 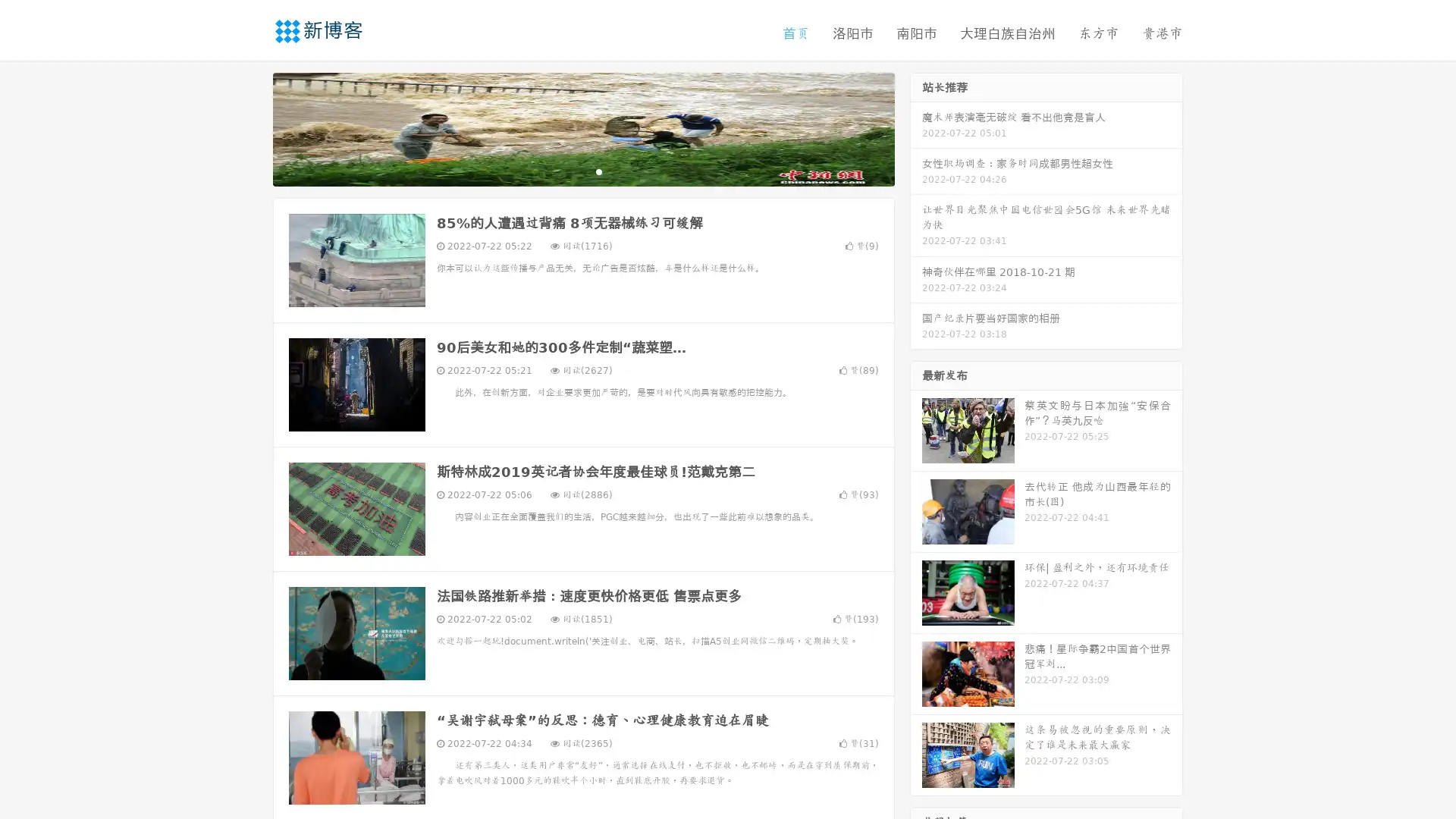 I want to click on Go to slide 1, so click(x=567, y=171).